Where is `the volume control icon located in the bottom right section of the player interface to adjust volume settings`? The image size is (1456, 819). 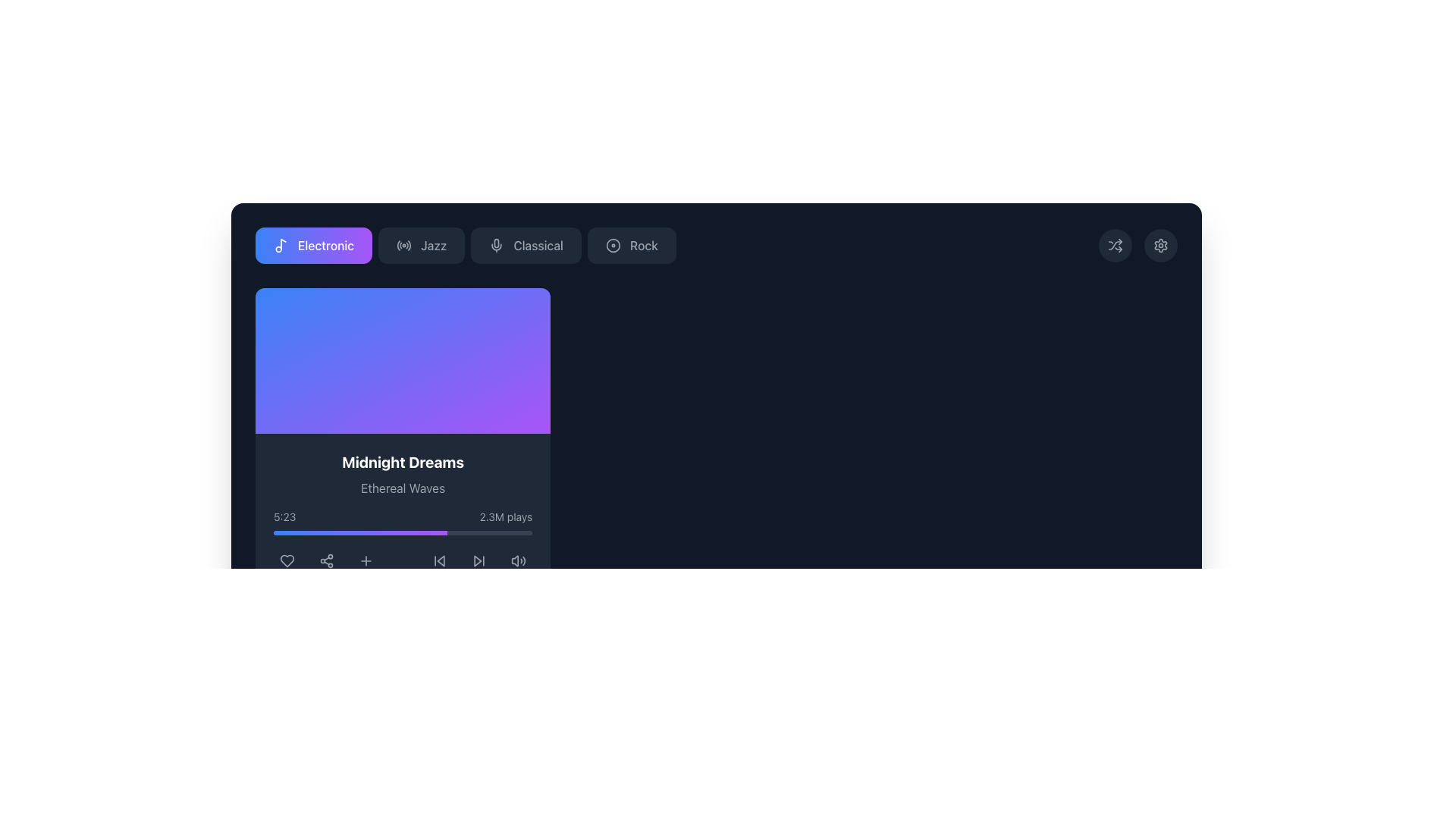 the volume control icon located in the bottom right section of the player interface to adjust volume settings is located at coordinates (519, 561).